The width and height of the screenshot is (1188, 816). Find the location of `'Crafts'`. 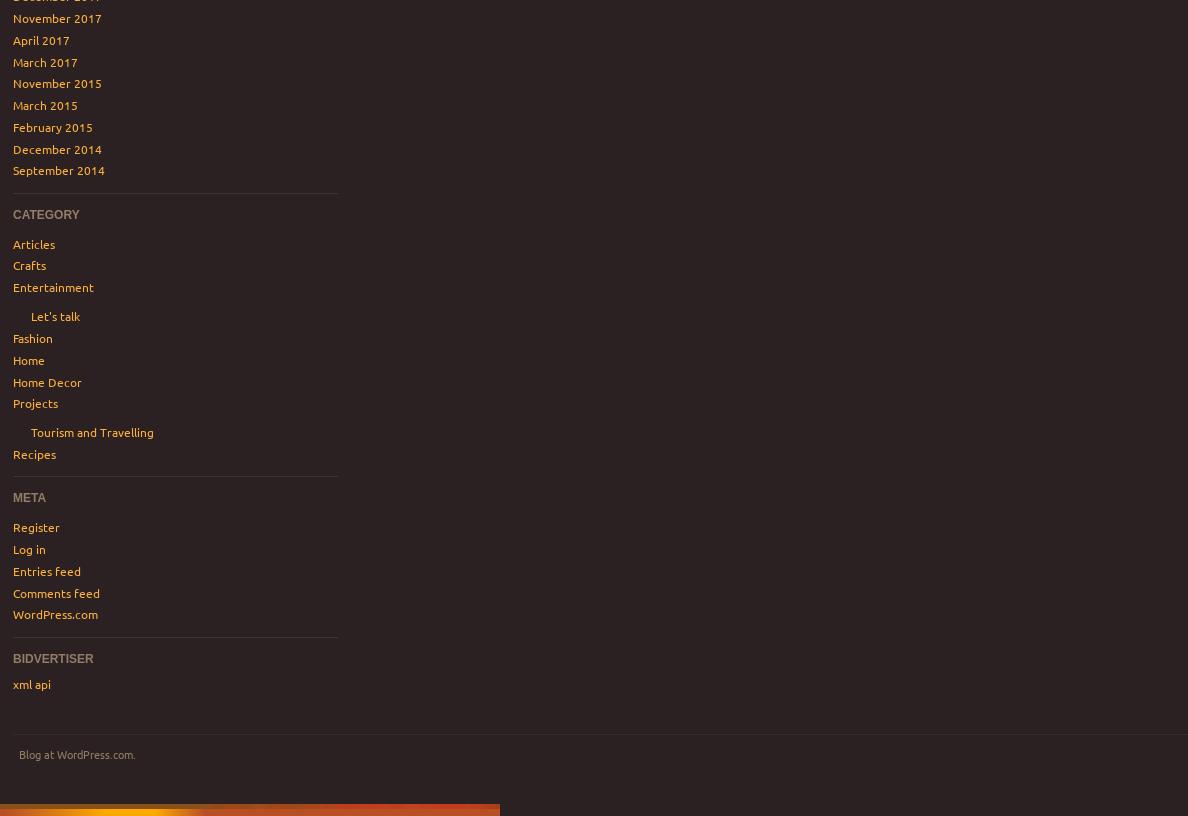

'Crafts' is located at coordinates (11, 264).